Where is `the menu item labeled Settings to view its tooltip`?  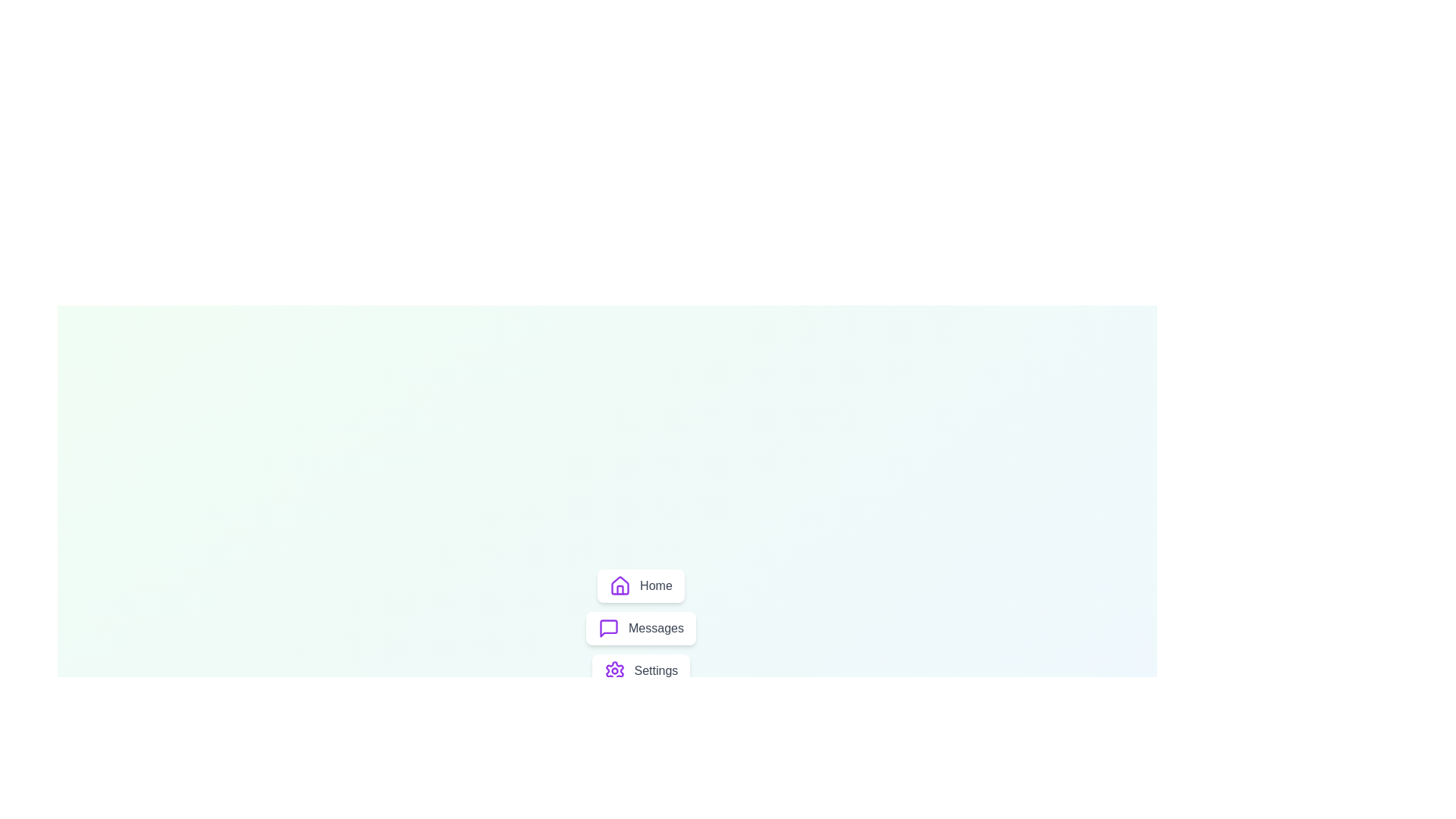 the menu item labeled Settings to view its tooltip is located at coordinates (640, 670).